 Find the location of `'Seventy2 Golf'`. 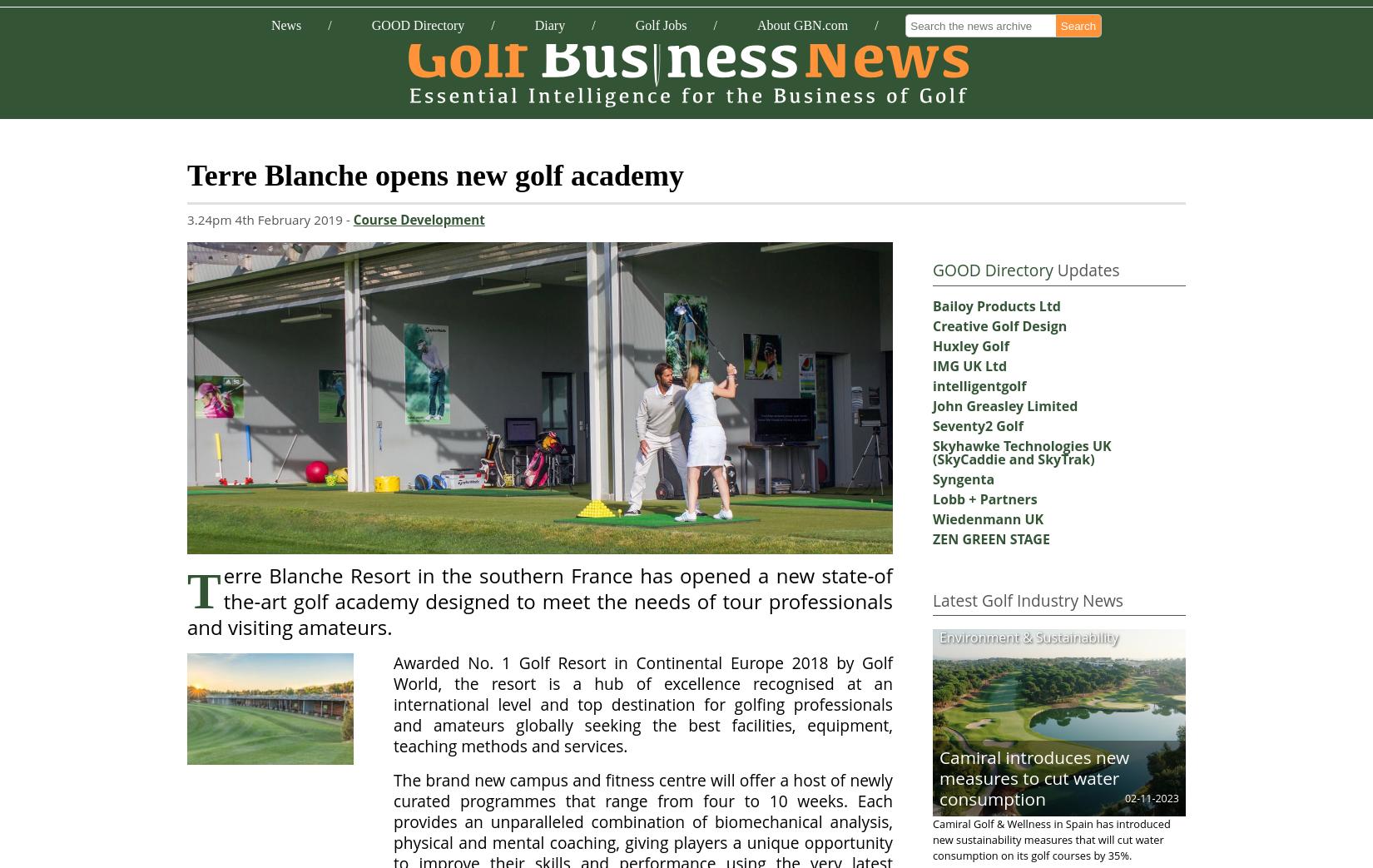

'Seventy2 Golf' is located at coordinates (977, 424).